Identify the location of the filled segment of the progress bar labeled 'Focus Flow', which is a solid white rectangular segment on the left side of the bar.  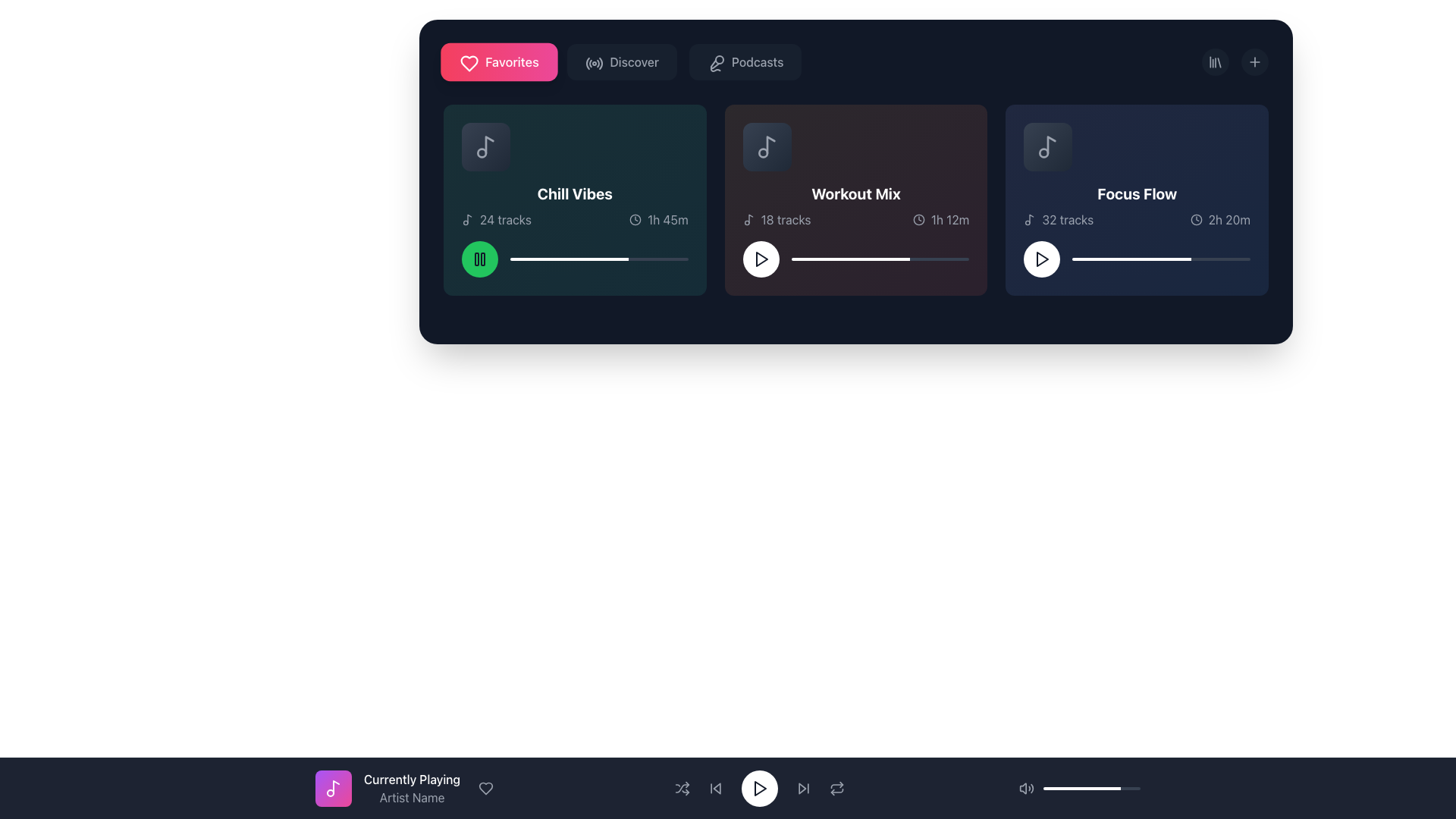
(1131, 259).